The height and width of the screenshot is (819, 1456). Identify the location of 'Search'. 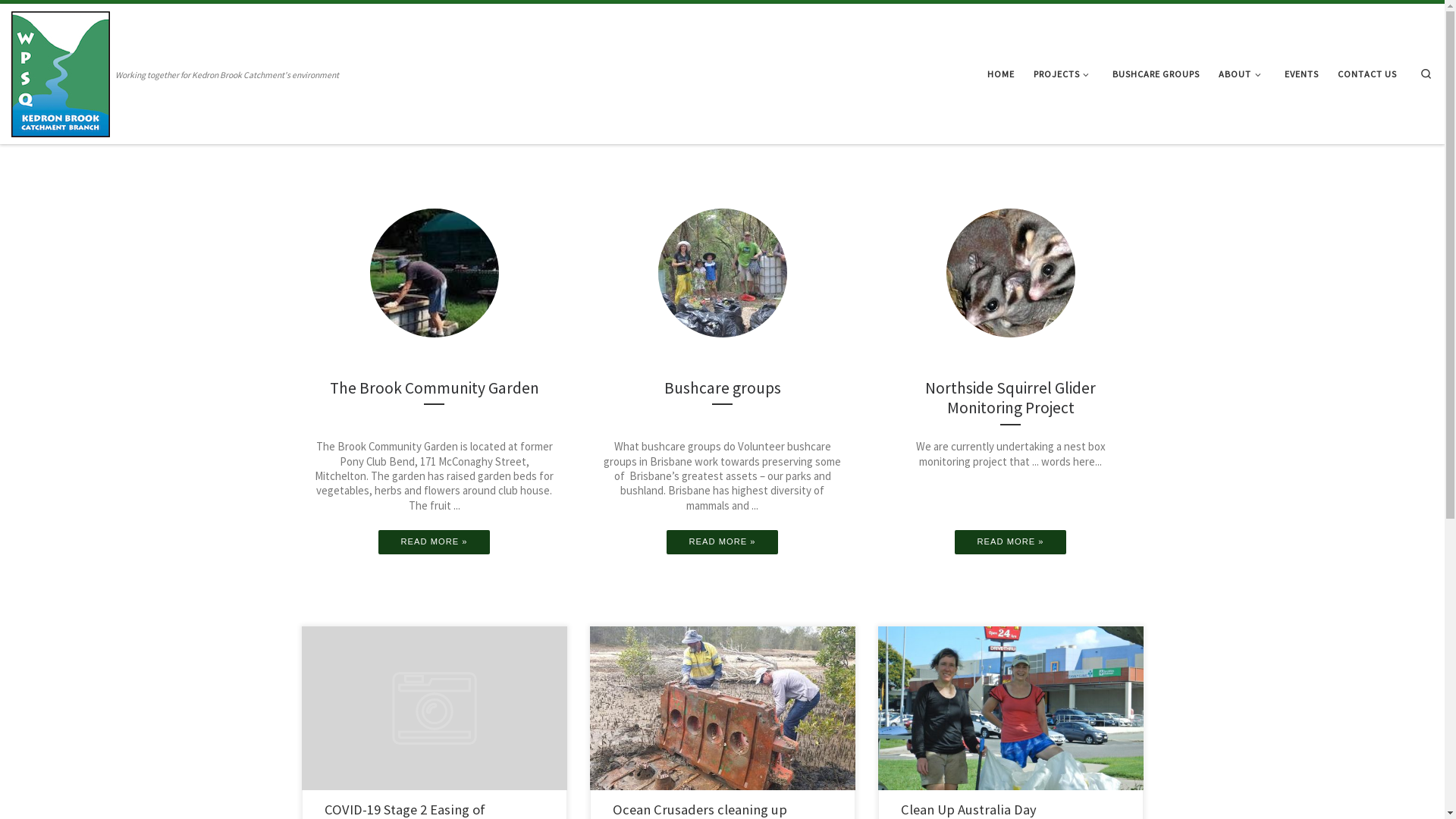
(1426, 73).